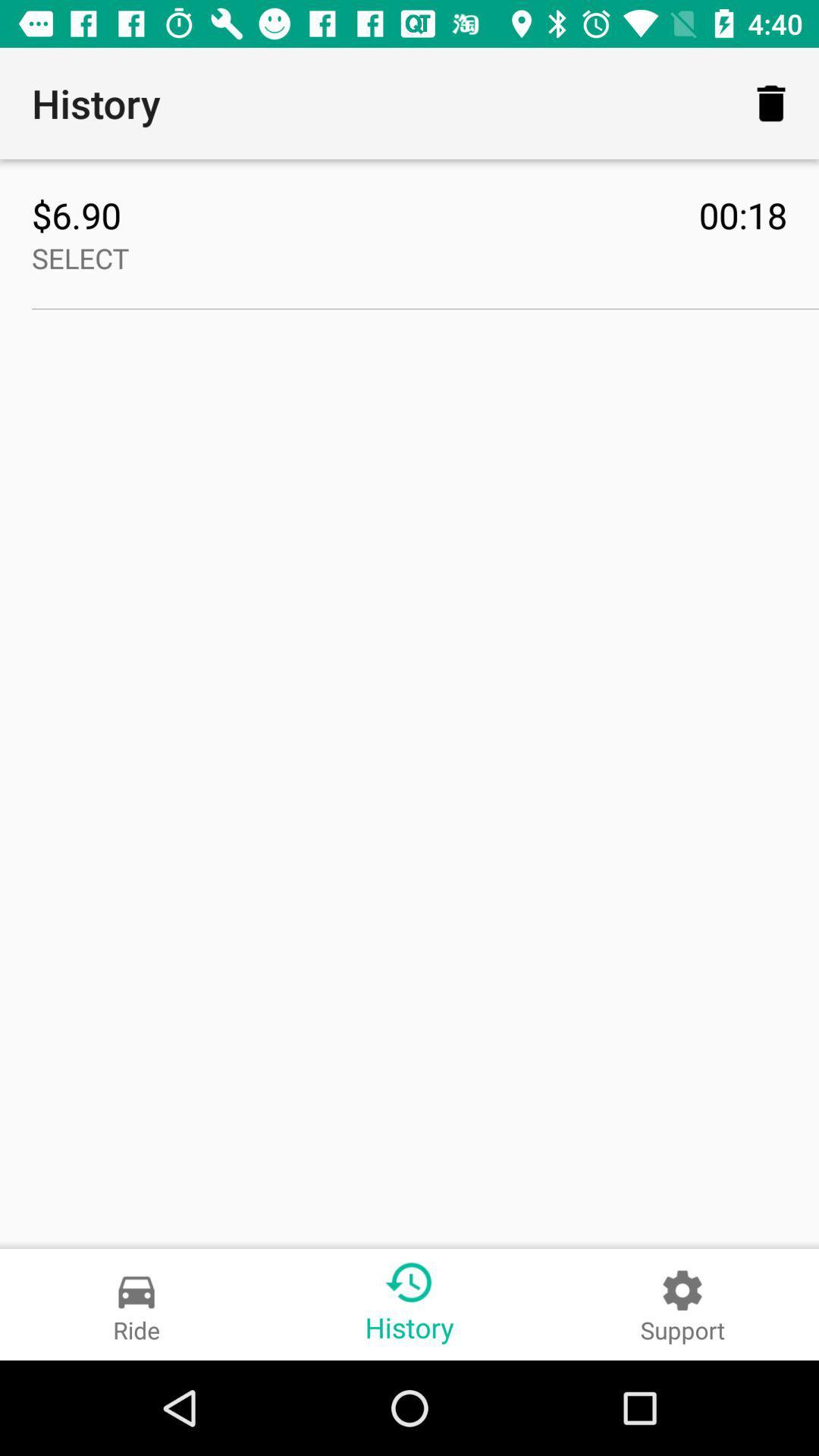  I want to click on icon to the right of history icon, so click(771, 102).